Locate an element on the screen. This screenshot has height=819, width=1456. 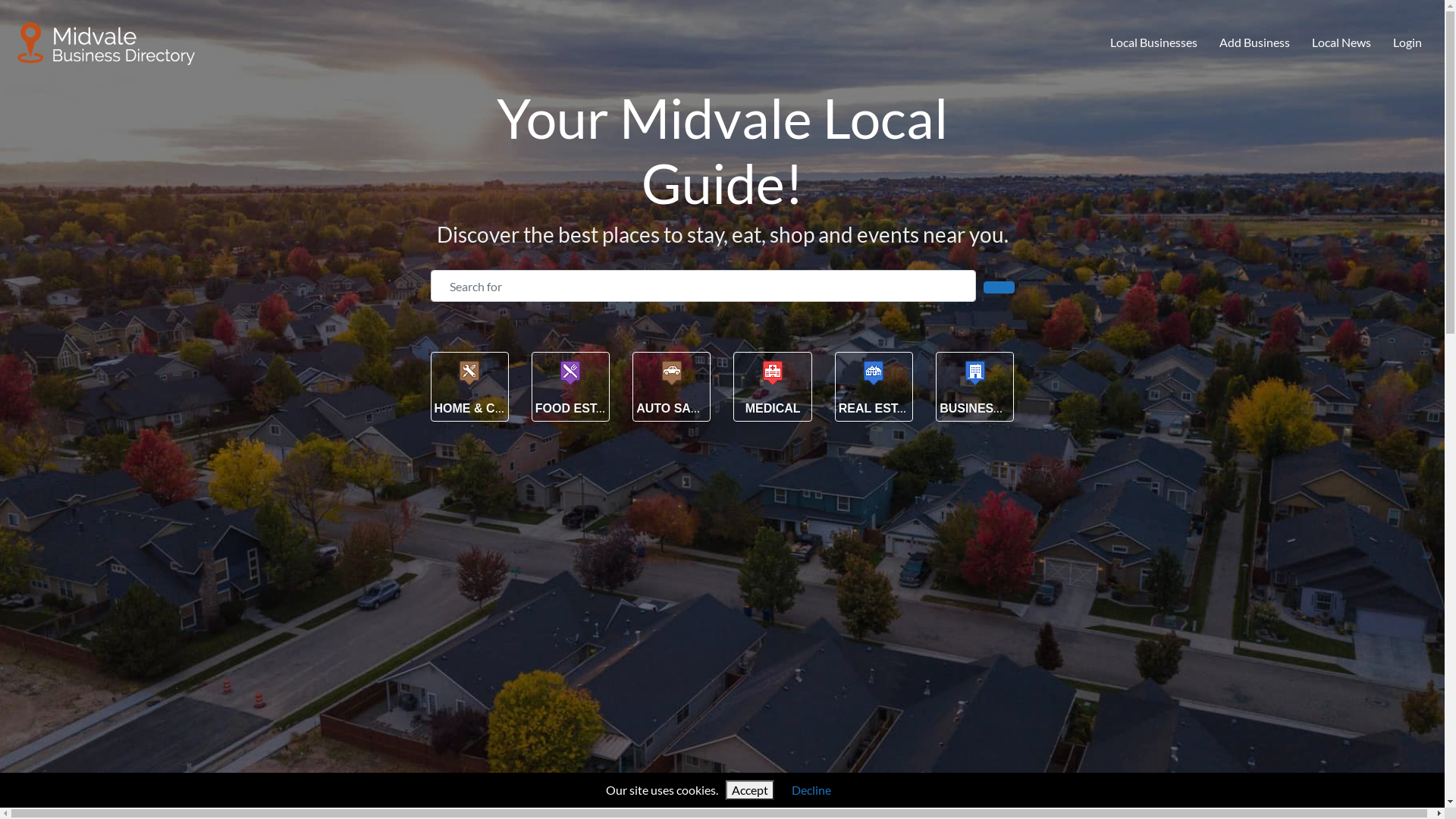
'AUTO SALES & SERVICE' is located at coordinates (708, 407).